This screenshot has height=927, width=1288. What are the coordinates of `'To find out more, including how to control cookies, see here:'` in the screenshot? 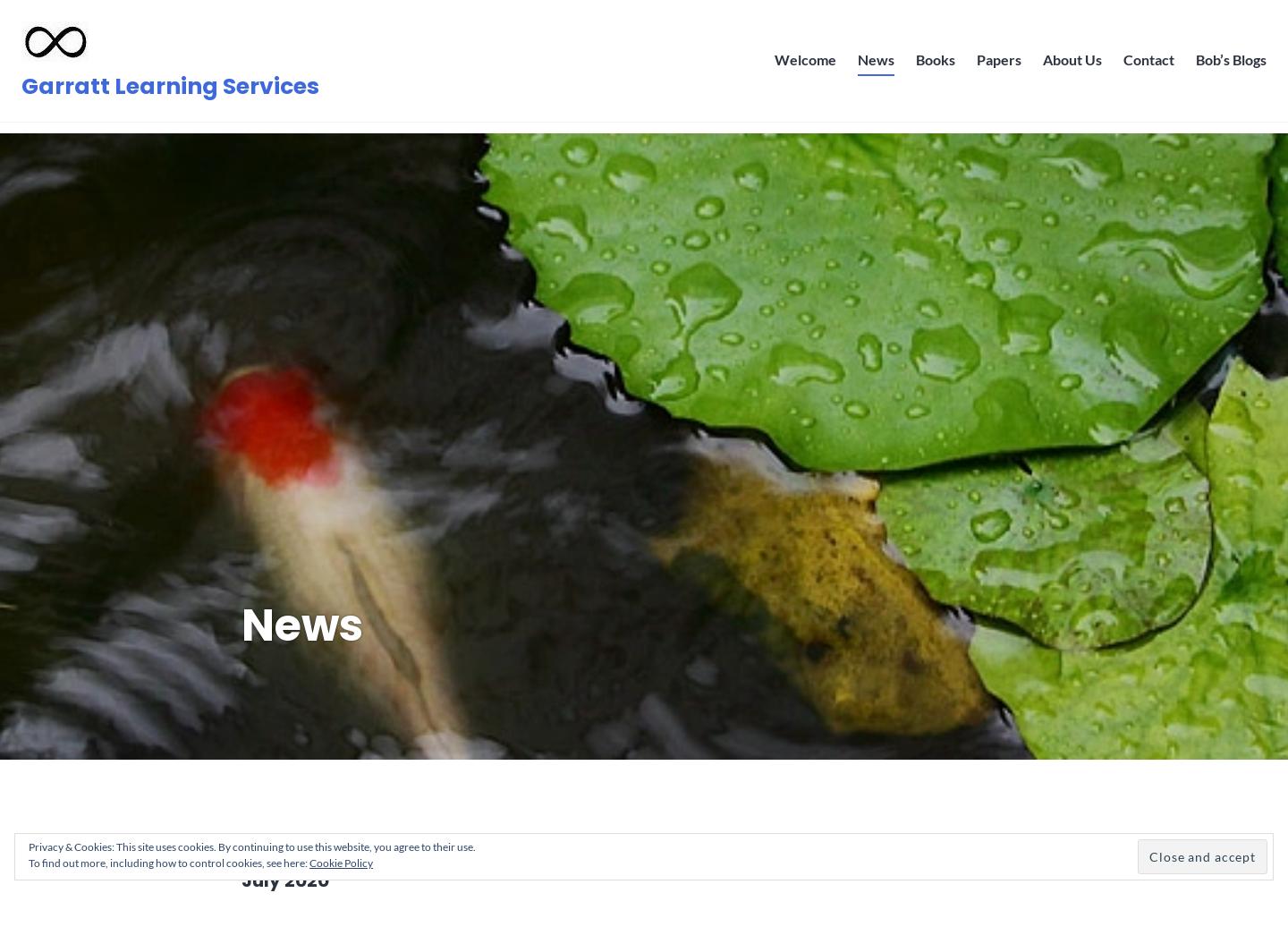 It's located at (169, 863).